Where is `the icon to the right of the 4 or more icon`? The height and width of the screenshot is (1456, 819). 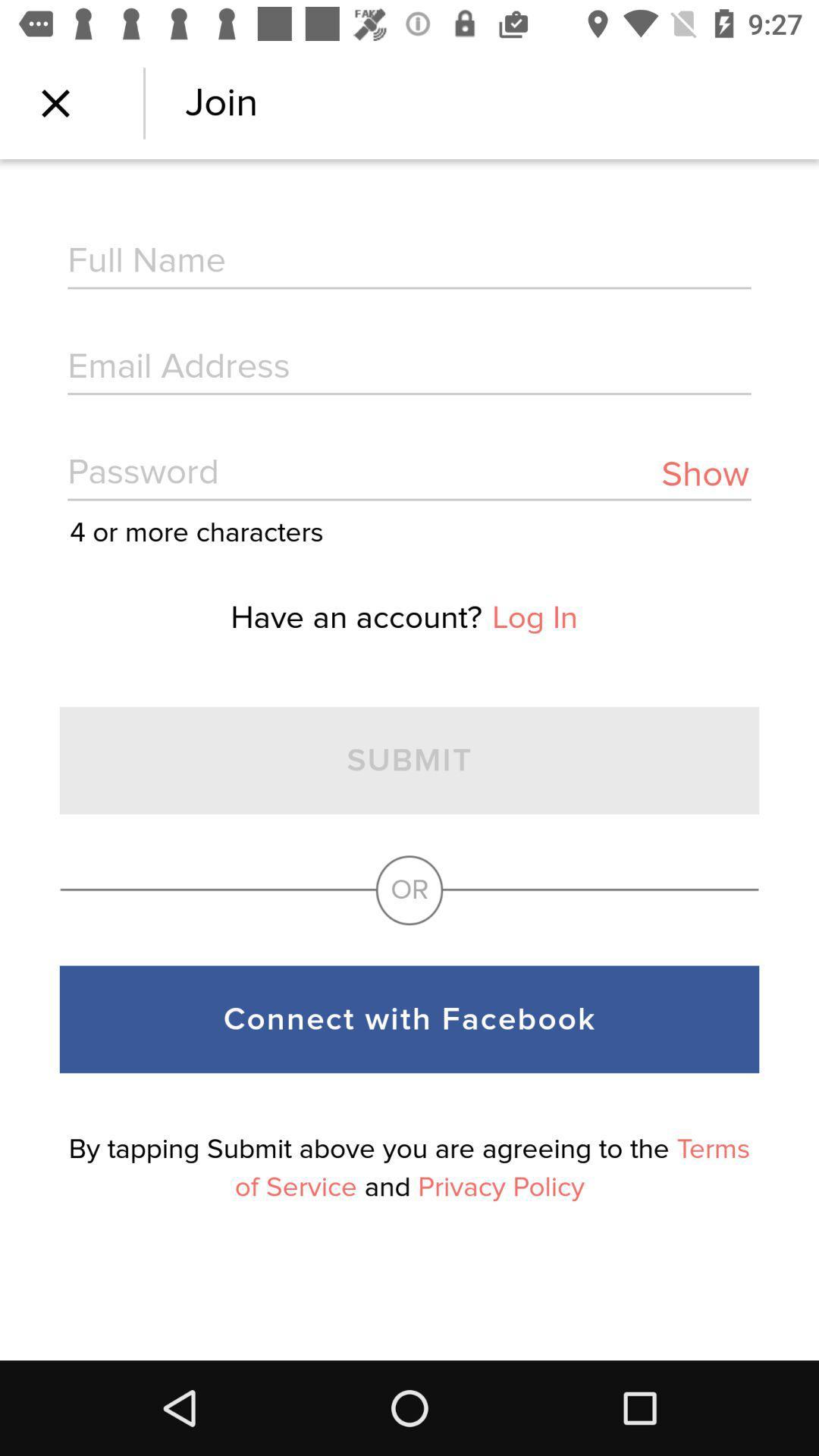
the icon to the right of the 4 or more icon is located at coordinates (704, 473).